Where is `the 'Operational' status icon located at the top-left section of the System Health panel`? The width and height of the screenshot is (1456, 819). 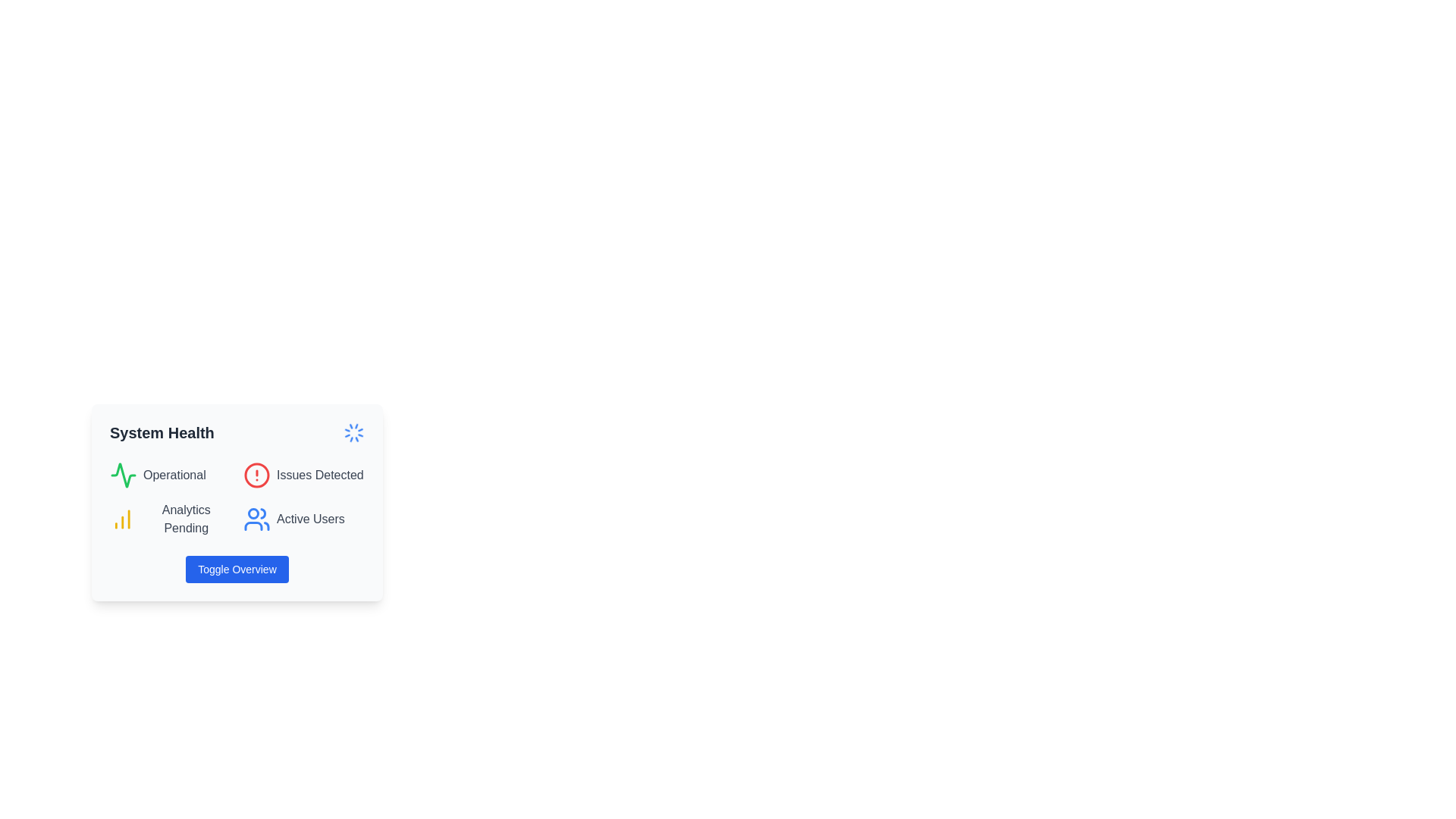 the 'Operational' status icon located at the top-left section of the System Health panel is located at coordinates (124, 475).